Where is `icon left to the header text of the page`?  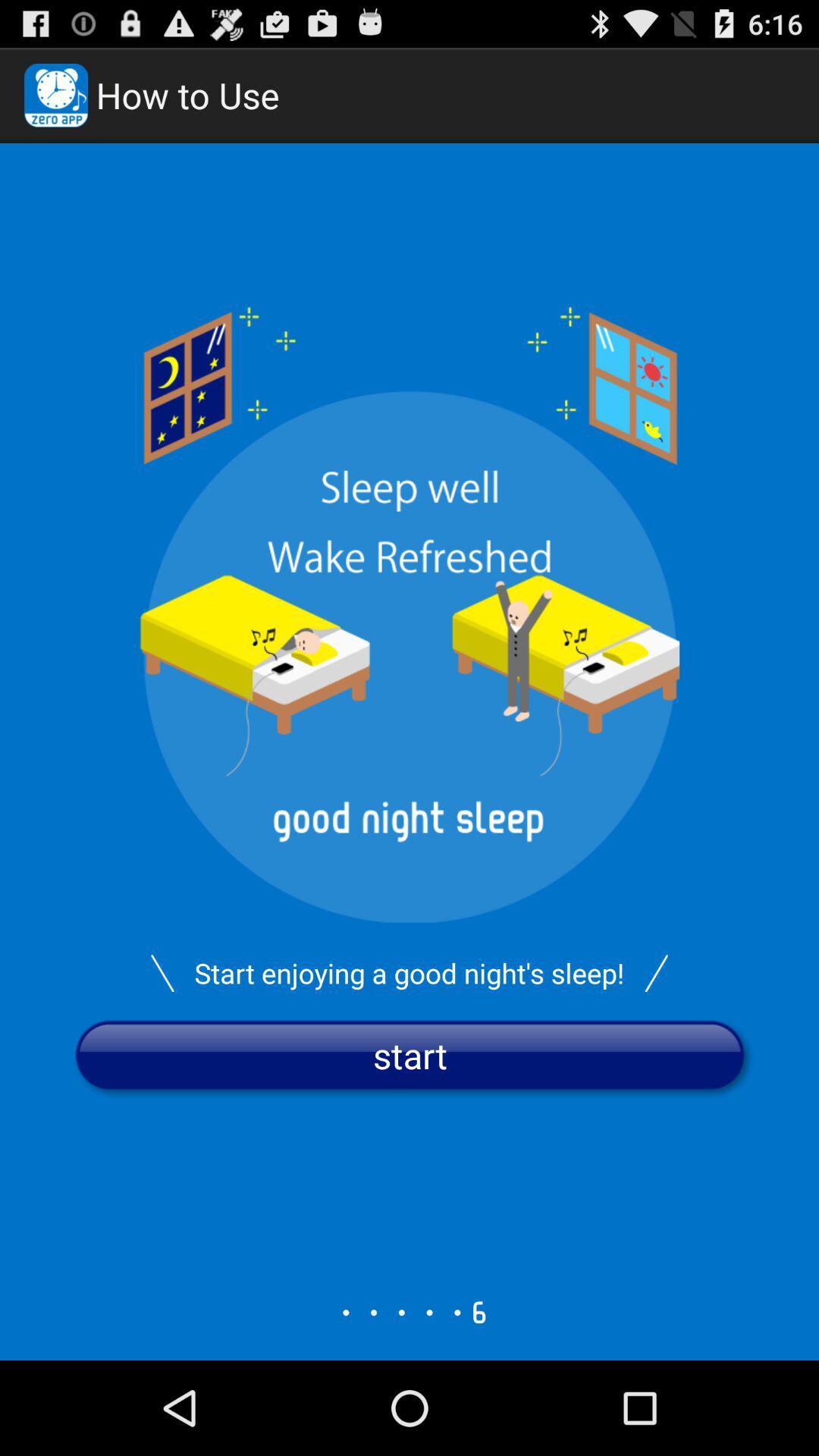
icon left to the header text of the page is located at coordinates (55, 94).